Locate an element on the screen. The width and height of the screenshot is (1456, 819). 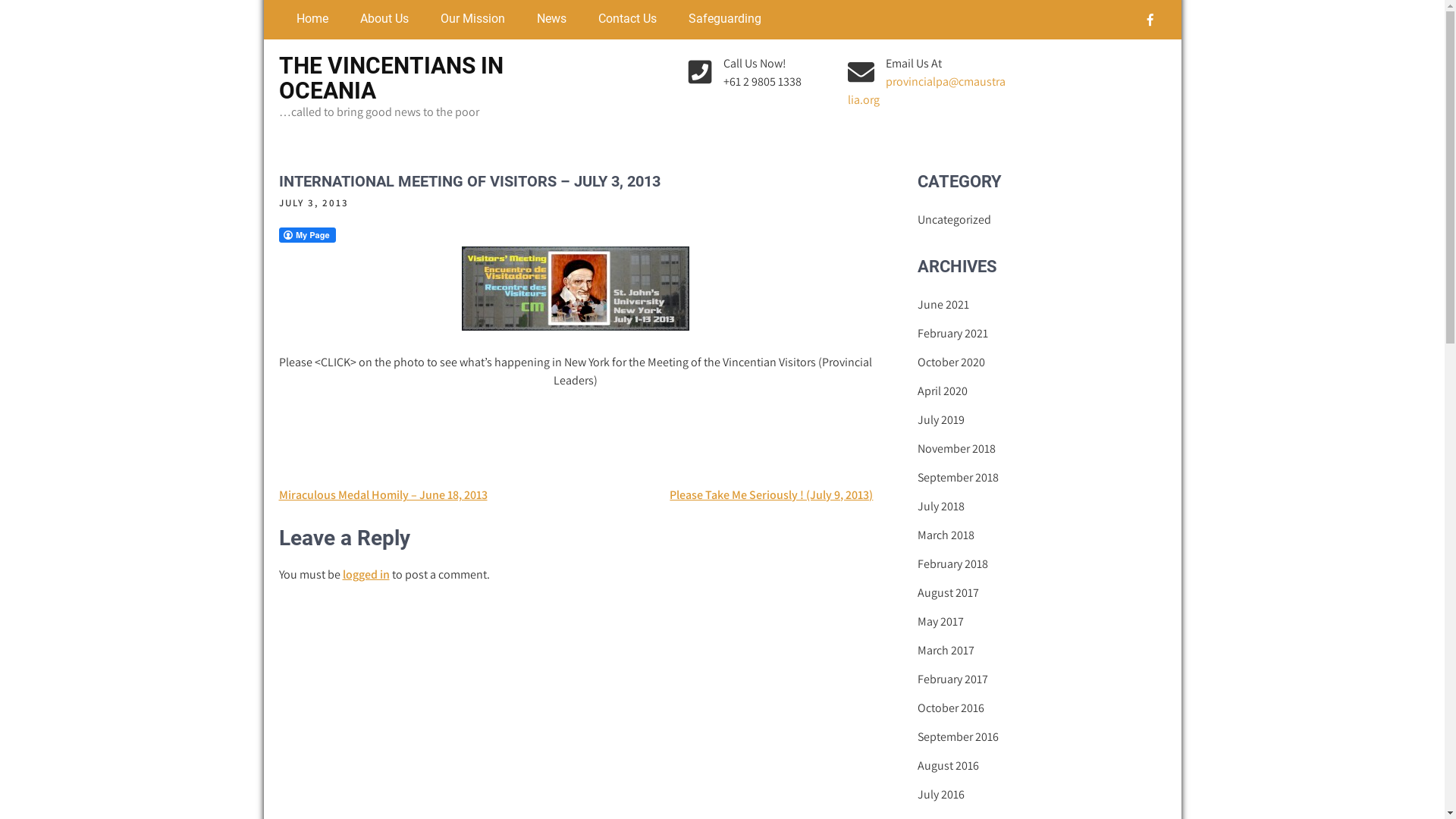
'Uncategorized' is located at coordinates (953, 219).